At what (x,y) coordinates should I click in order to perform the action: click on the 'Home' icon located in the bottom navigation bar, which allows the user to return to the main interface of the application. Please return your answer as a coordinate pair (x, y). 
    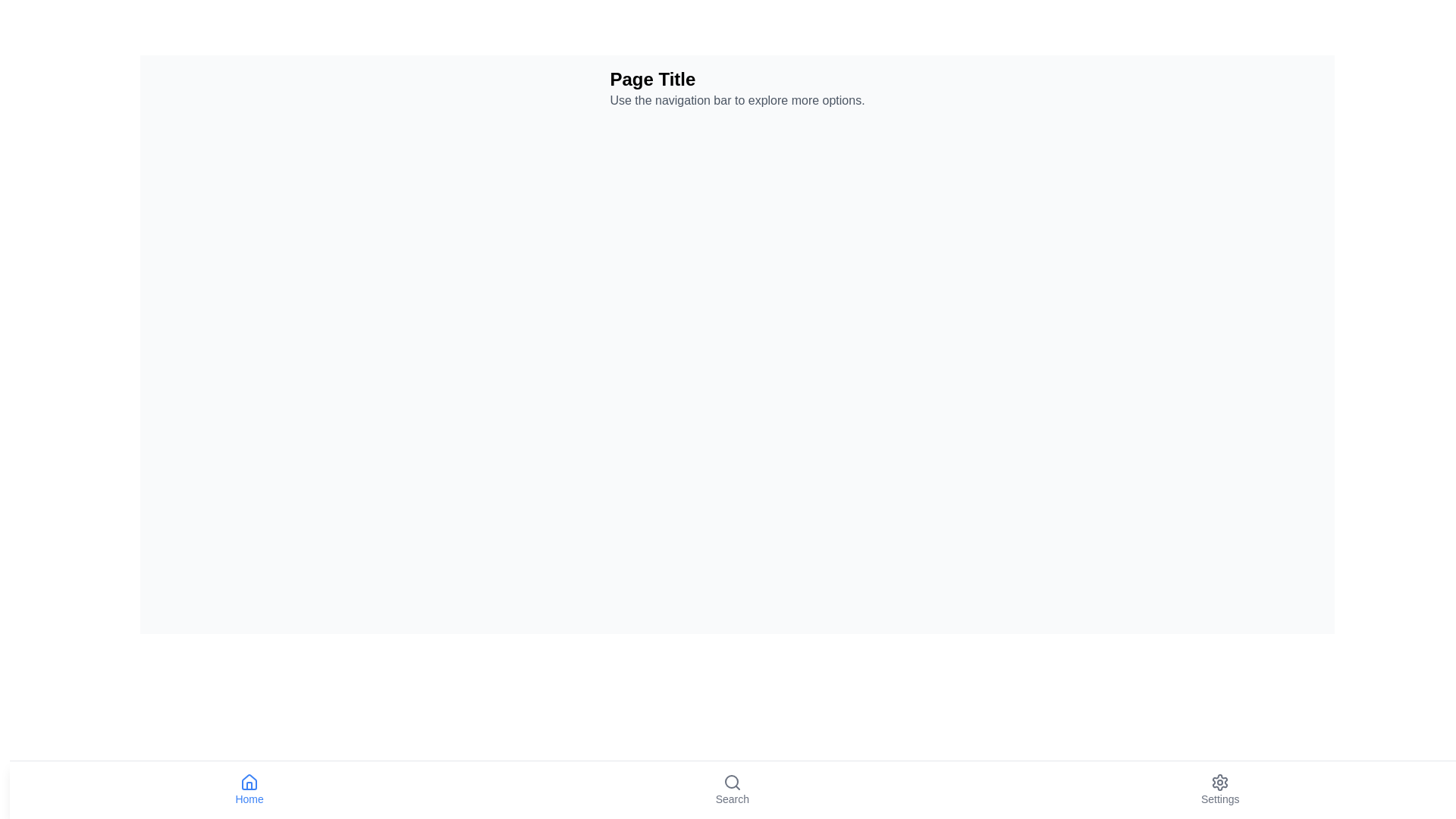
    Looking at the image, I should click on (249, 783).